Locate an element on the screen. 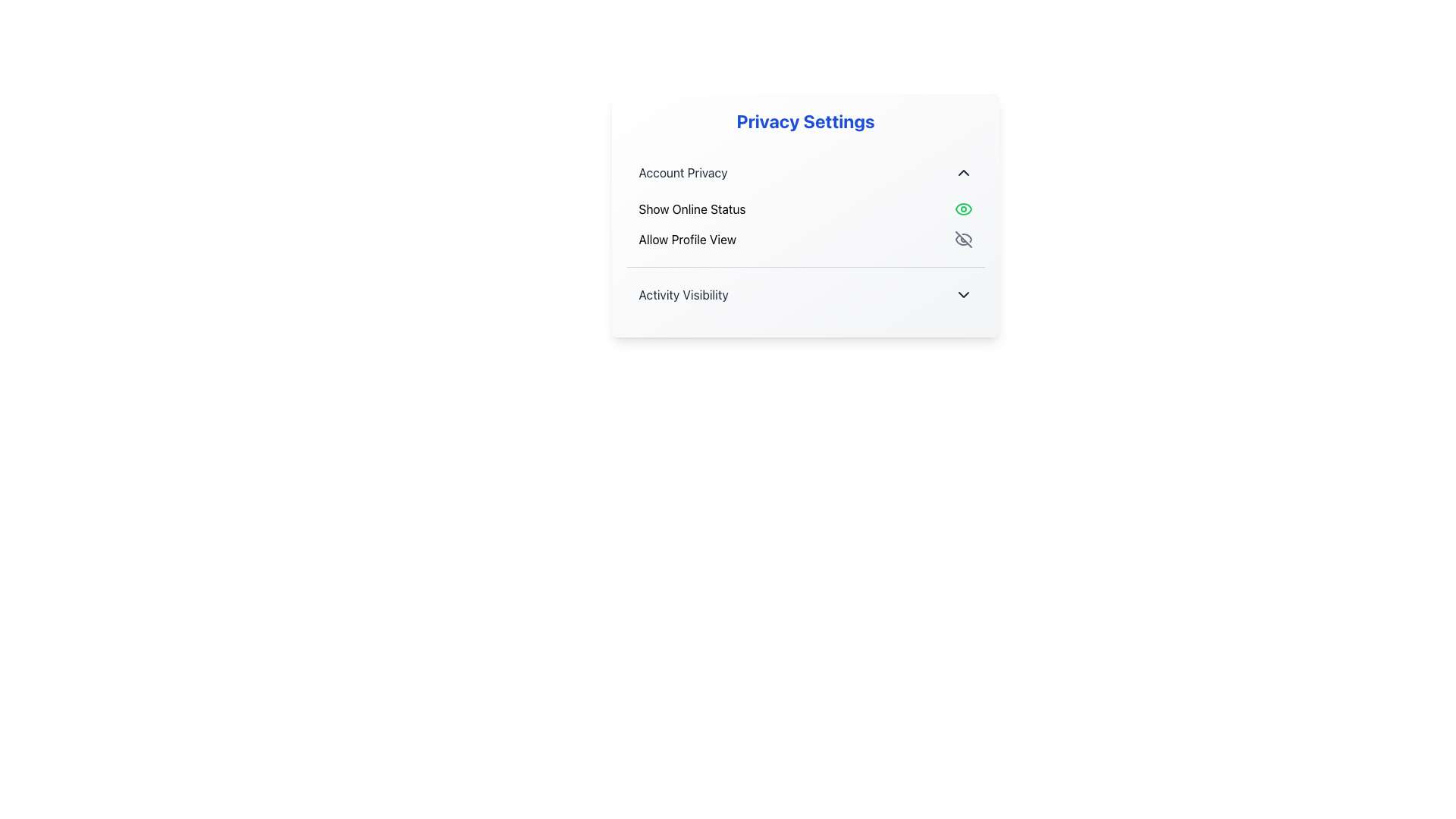 The height and width of the screenshot is (819, 1456). the 'Activity Visibility' text label located in the 'Privacy Settings' section, below the 'Allow Profile View' option is located at coordinates (682, 295).